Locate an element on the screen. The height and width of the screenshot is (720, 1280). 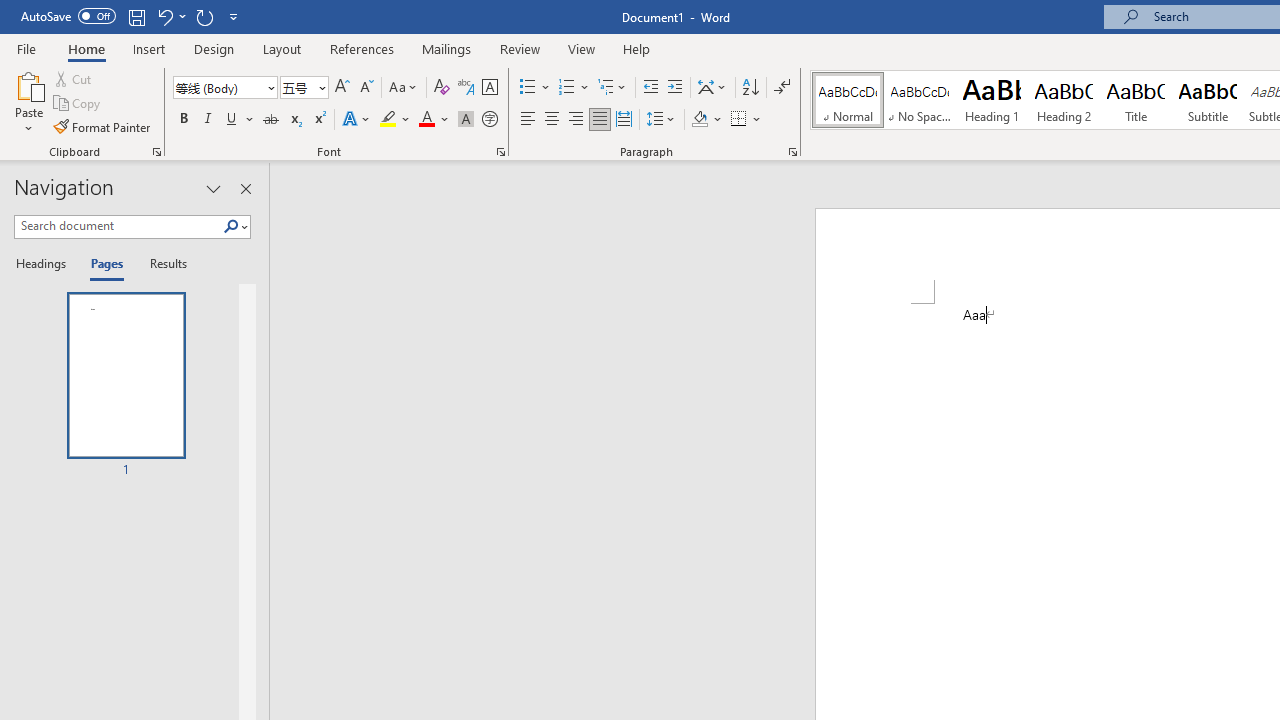
'Text Highlight Color Yellow' is located at coordinates (388, 119).